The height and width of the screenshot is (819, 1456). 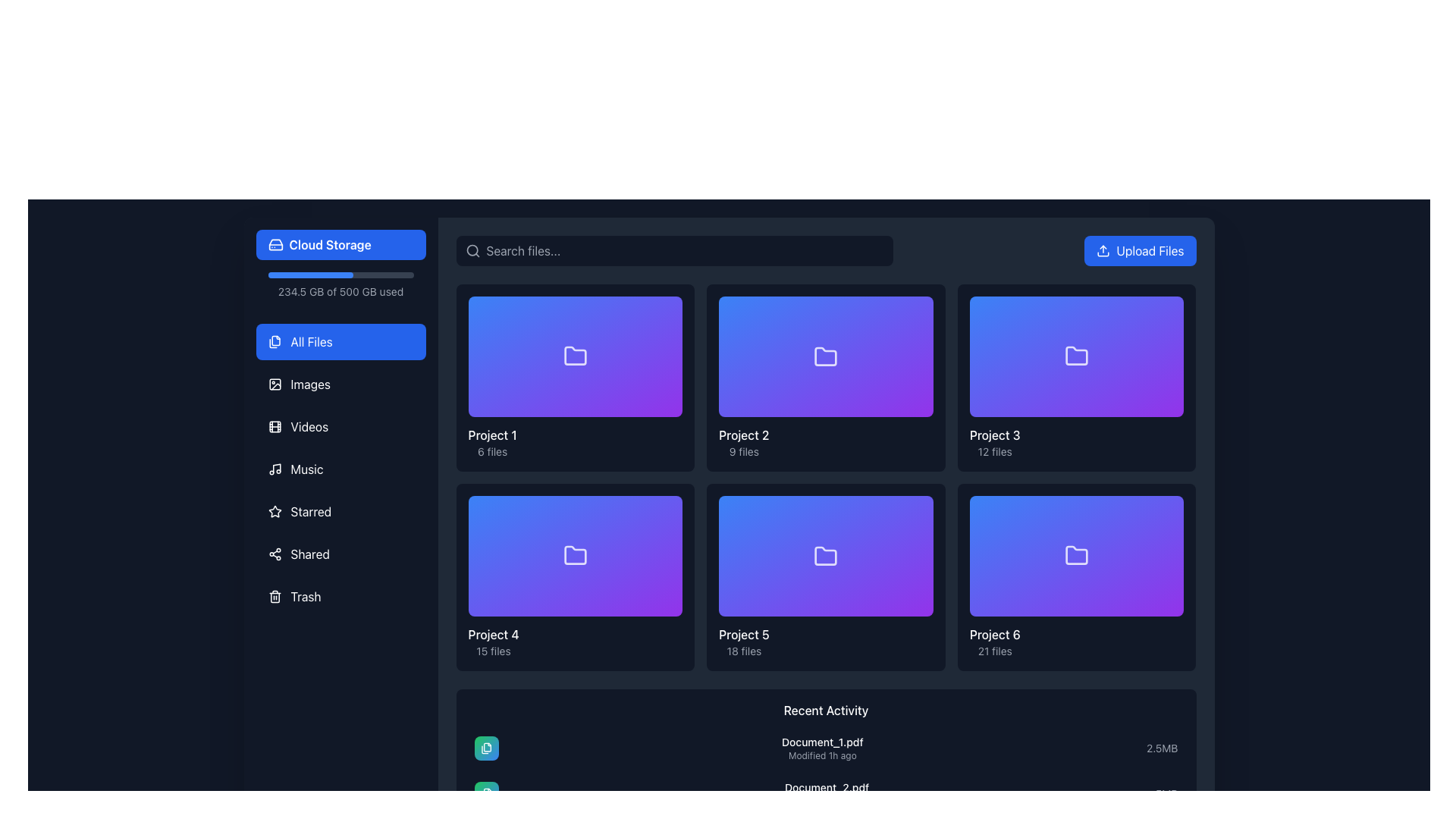 What do you see at coordinates (574, 556) in the screenshot?
I see `properties of the file folder icon representing 'Project 4' located in the center of the fourth grid item on the second row of the file display area` at bounding box center [574, 556].